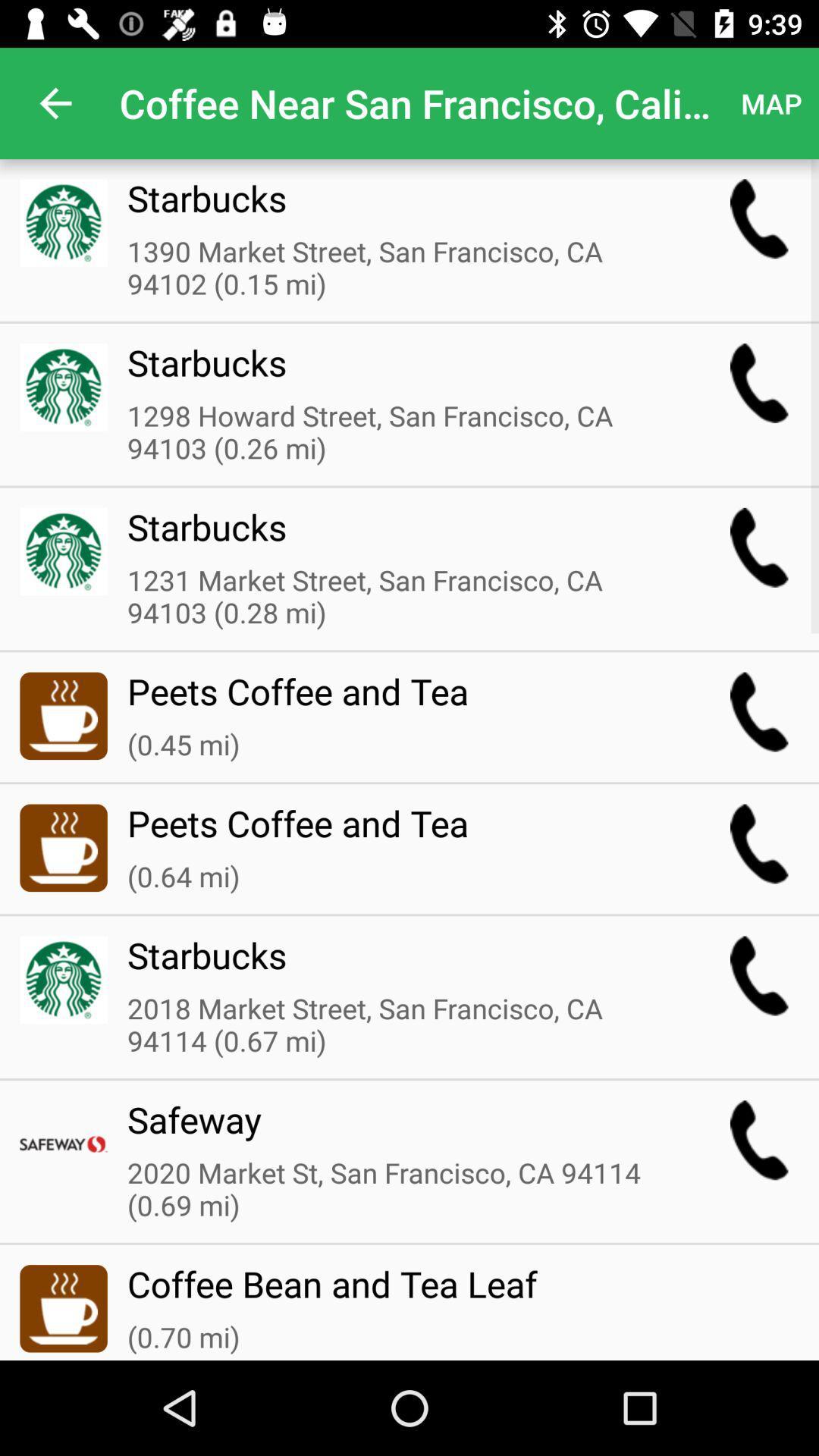 Image resolution: width=819 pixels, height=1456 pixels. I want to click on icon below the safeway item, so click(397, 1189).